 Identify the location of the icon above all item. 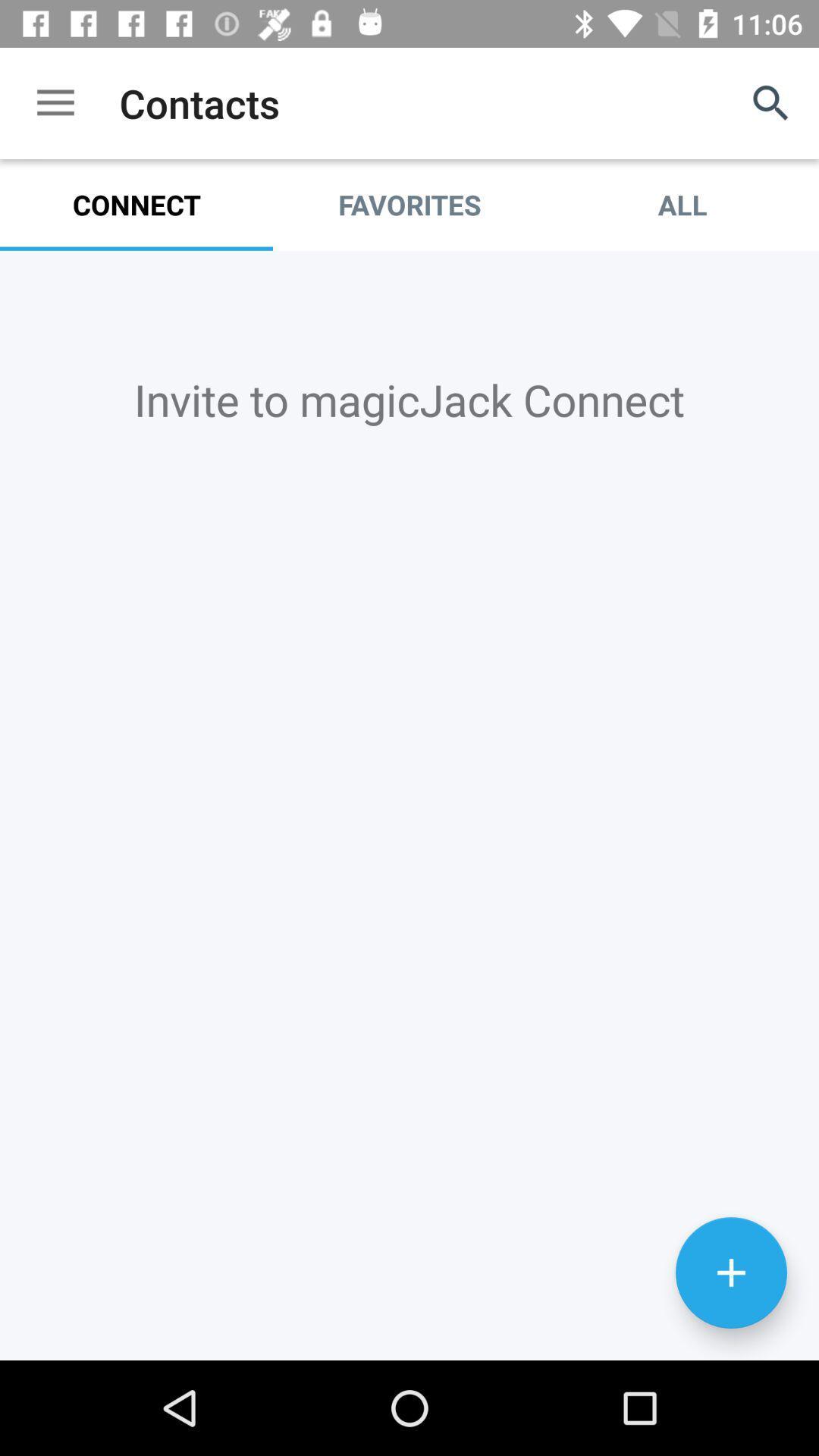
(771, 102).